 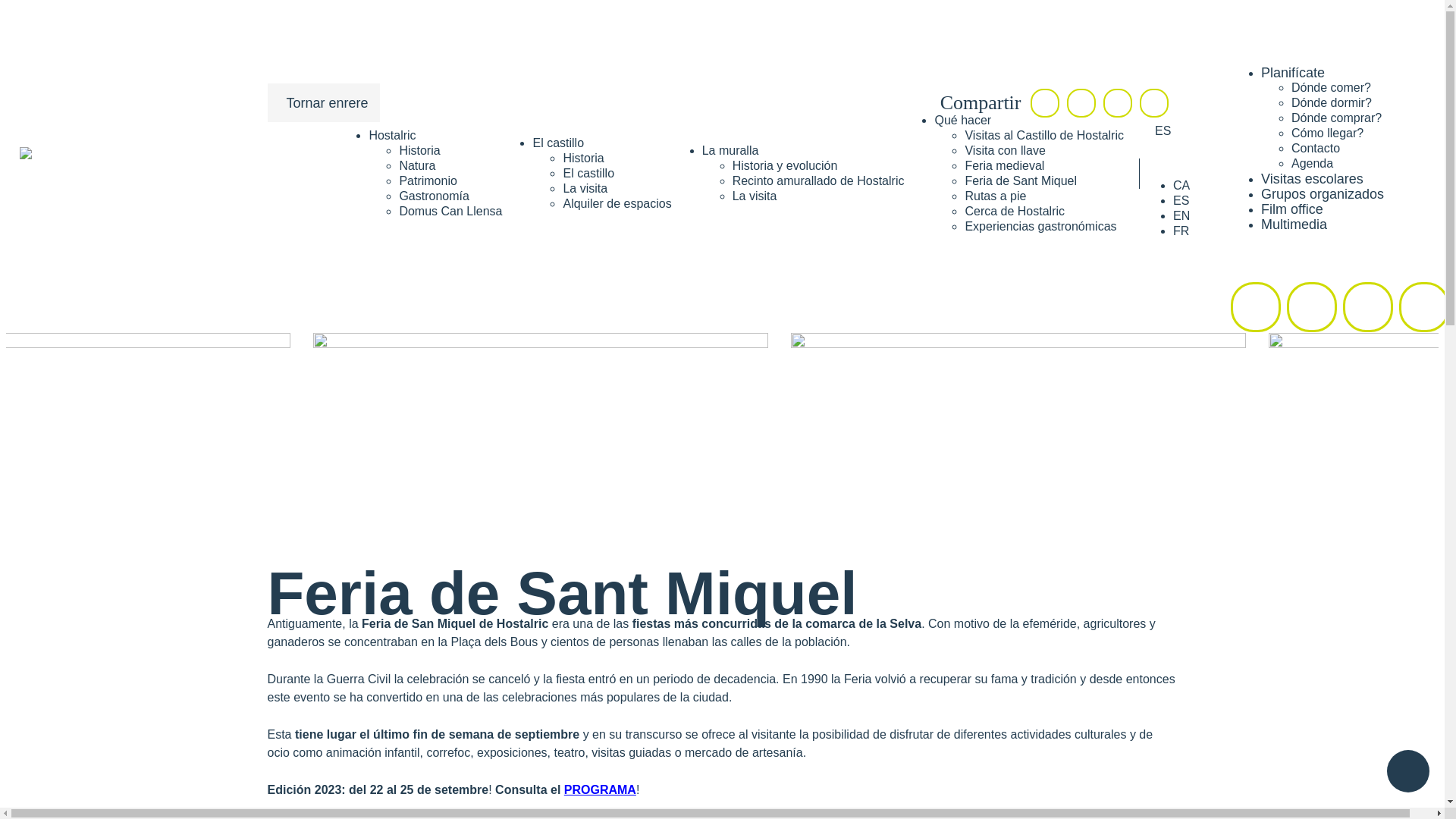 What do you see at coordinates (1181, 184) in the screenshot?
I see `'CA'` at bounding box center [1181, 184].